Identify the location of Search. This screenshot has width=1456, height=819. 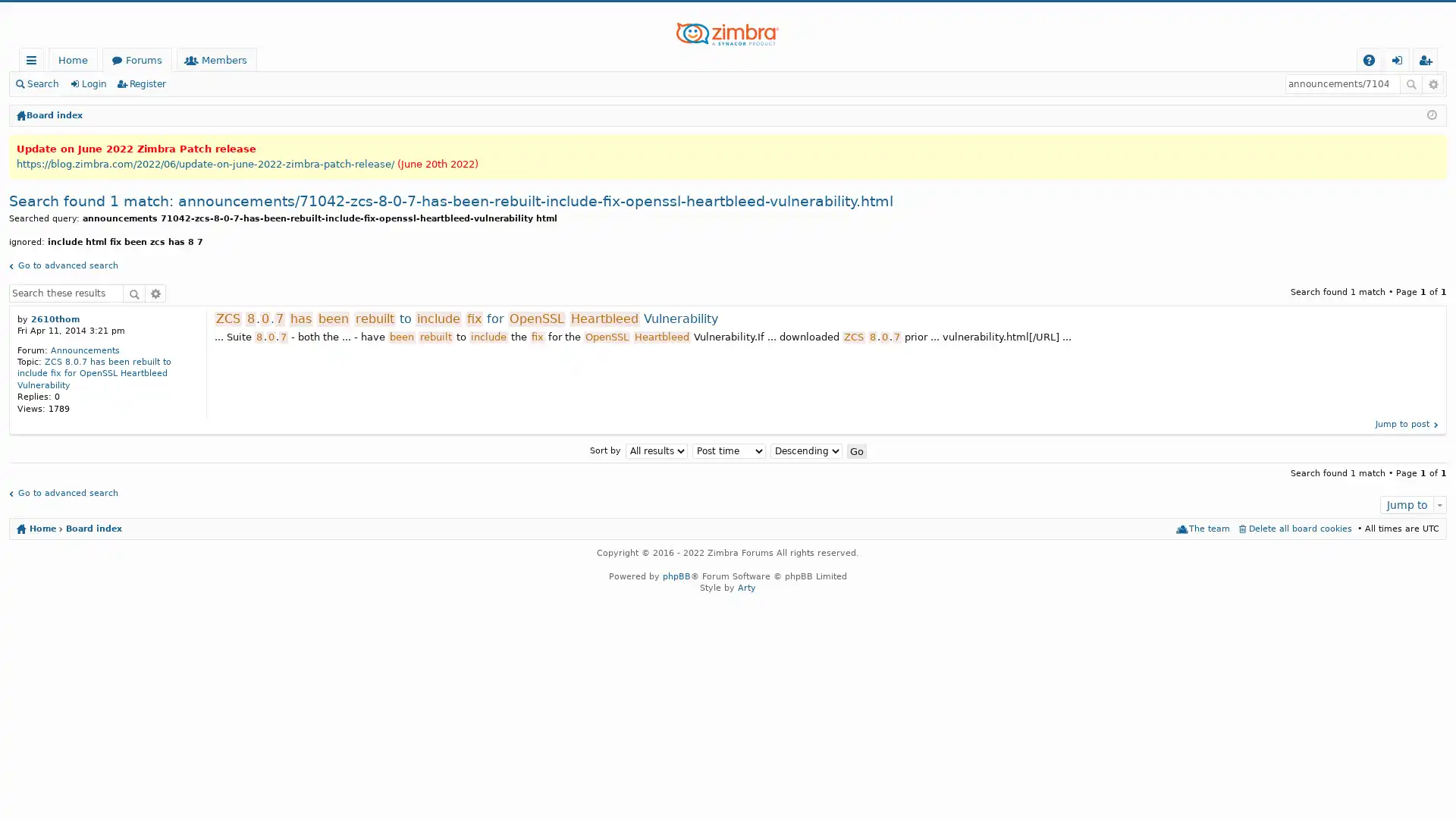
(134, 292).